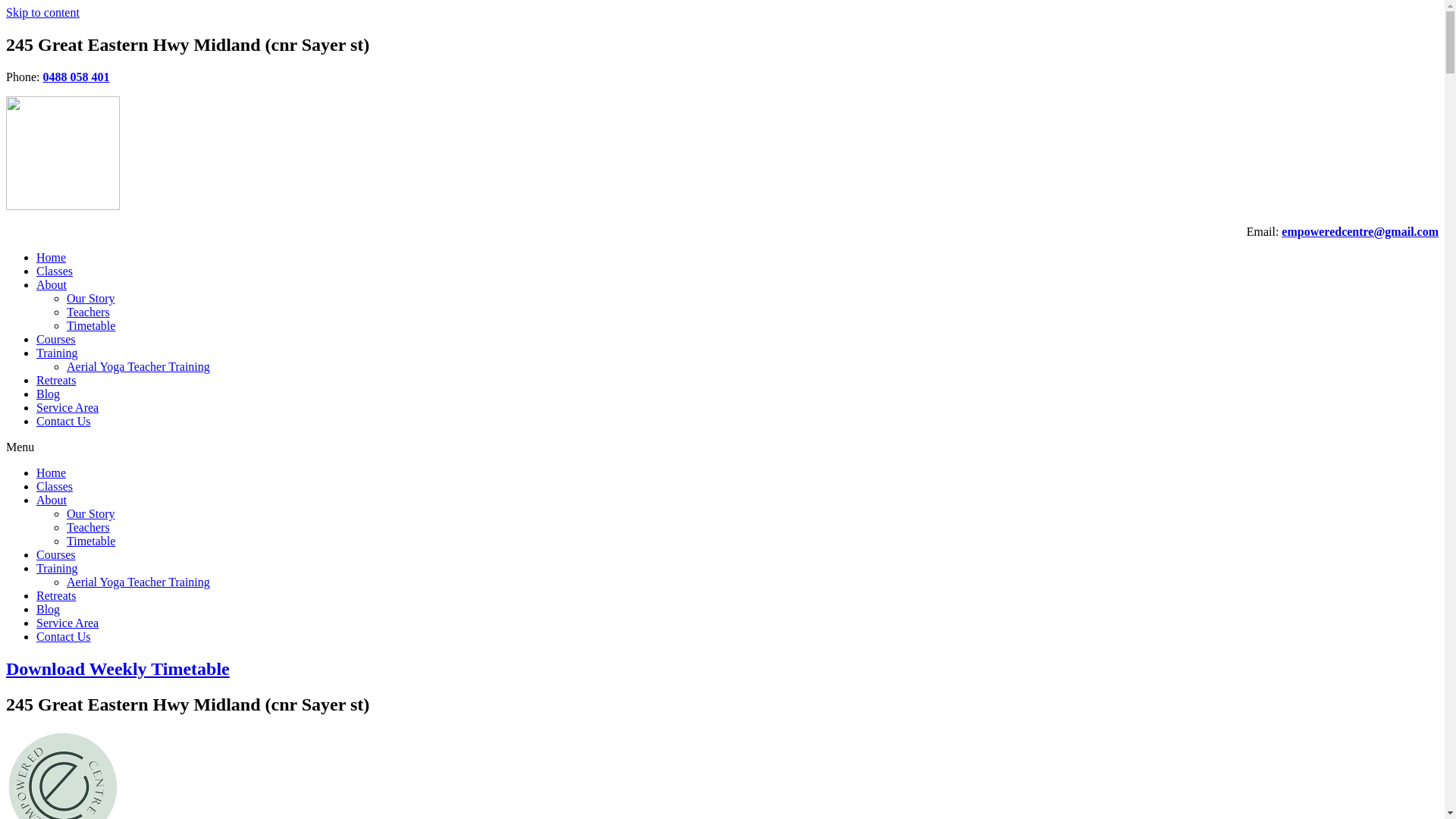  Describe the element at coordinates (51, 256) in the screenshot. I see `'Home'` at that location.